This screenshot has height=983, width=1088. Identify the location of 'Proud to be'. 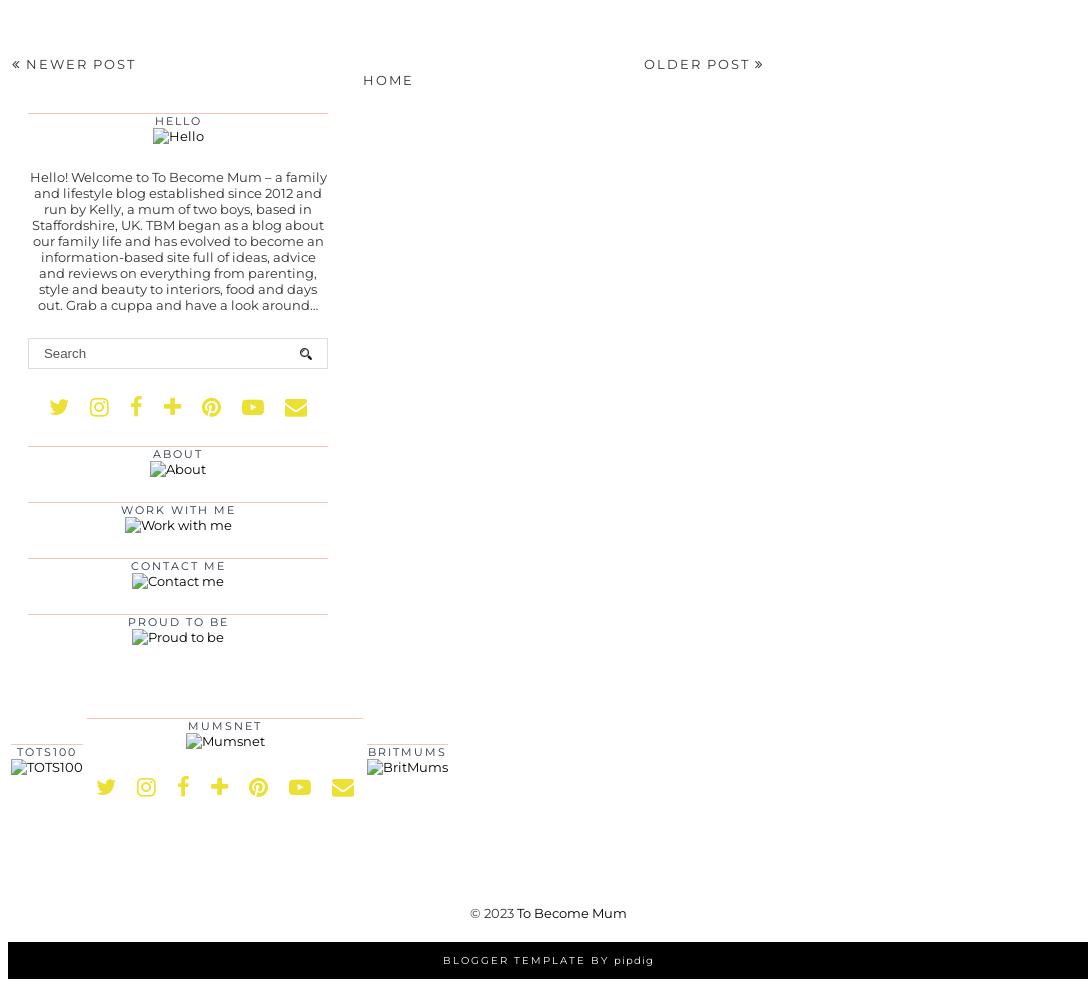
(176, 622).